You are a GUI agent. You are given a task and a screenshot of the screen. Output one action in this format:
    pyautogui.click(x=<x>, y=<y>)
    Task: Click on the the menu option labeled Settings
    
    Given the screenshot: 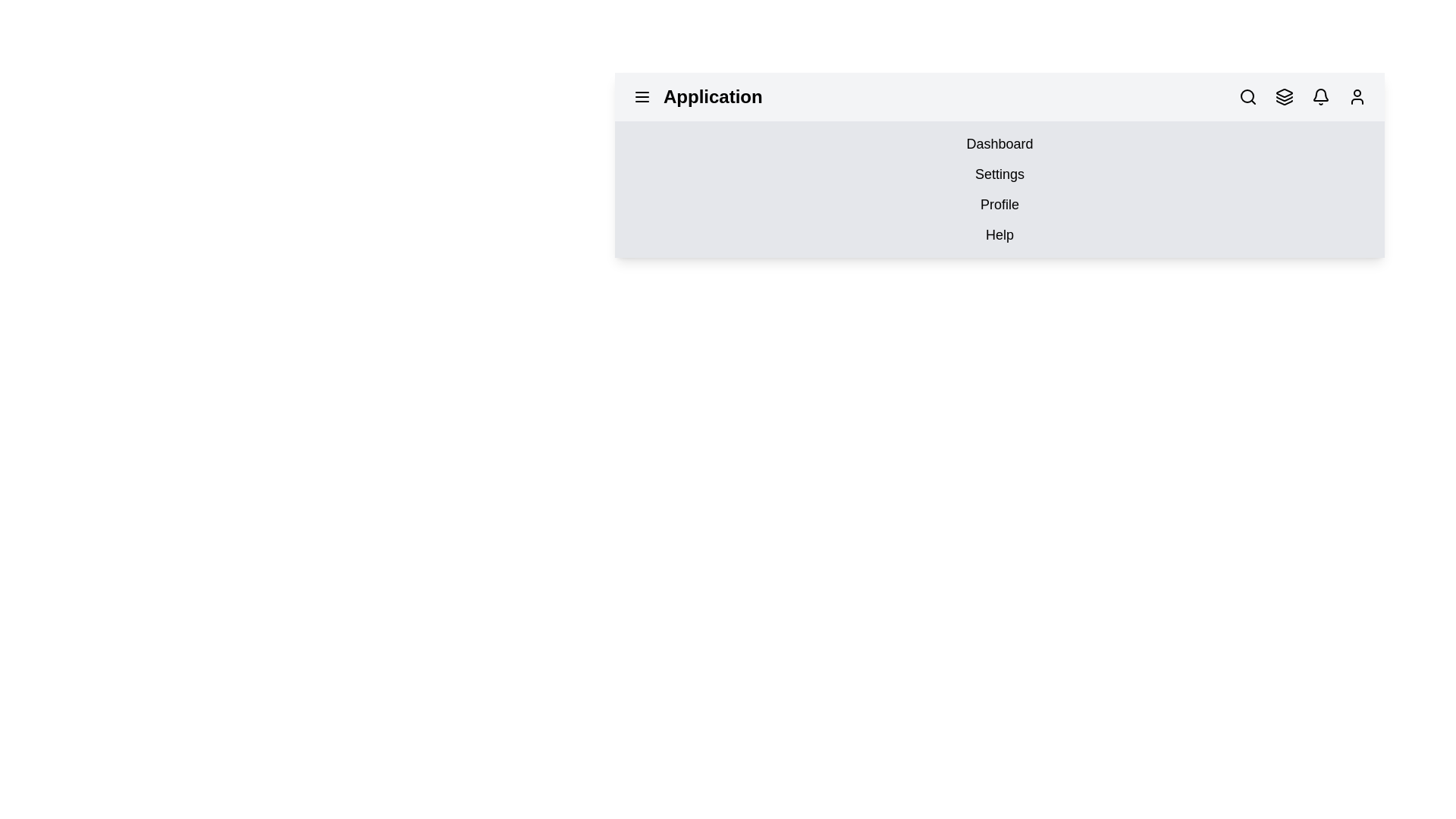 What is the action you would take?
    pyautogui.click(x=999, y=174)
    